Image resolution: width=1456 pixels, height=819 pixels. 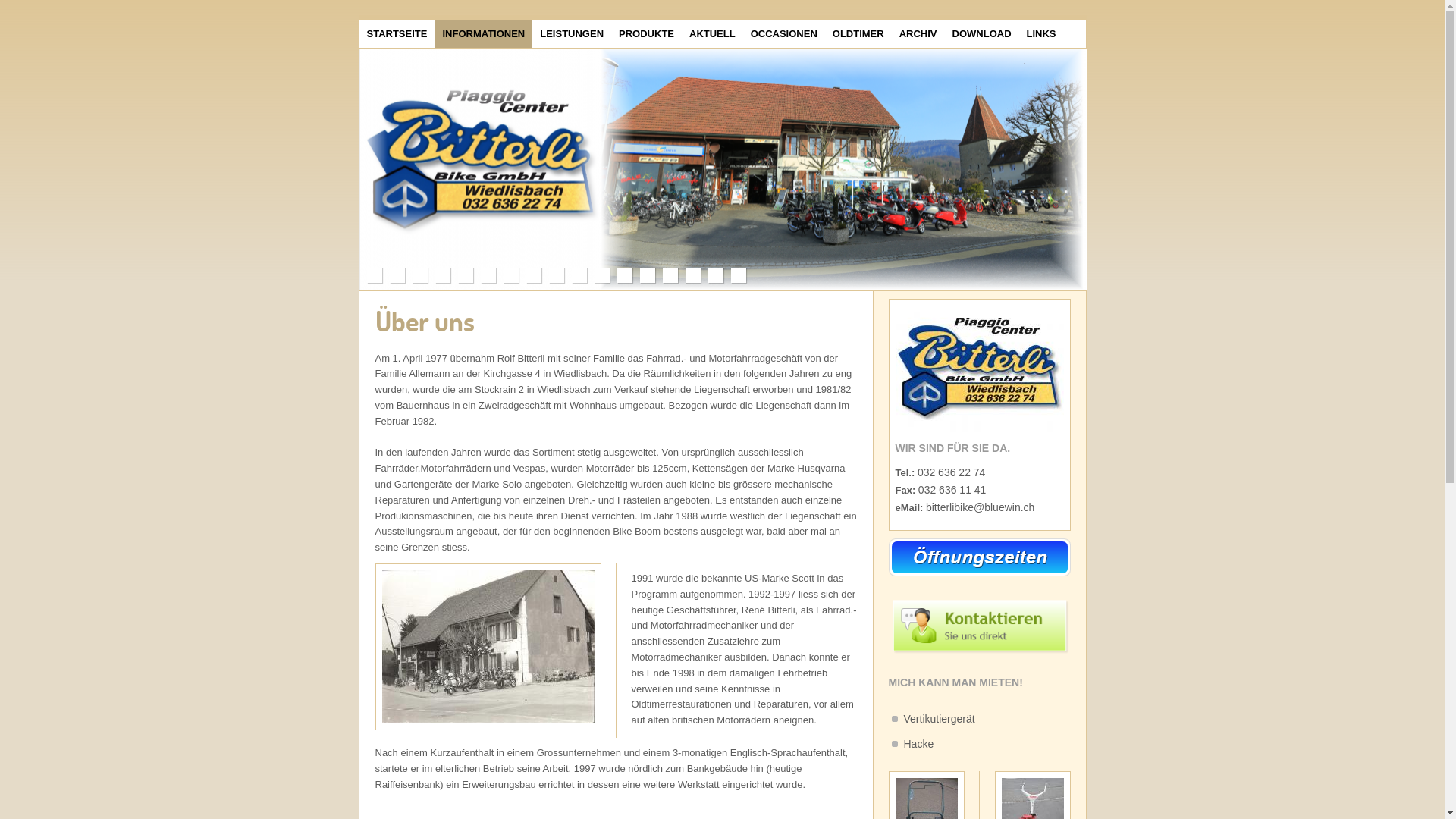 What do you see at coordinates (1040, 33) in the screenshot?
I see `'LINKS'` at bounding box center [1040, 33].